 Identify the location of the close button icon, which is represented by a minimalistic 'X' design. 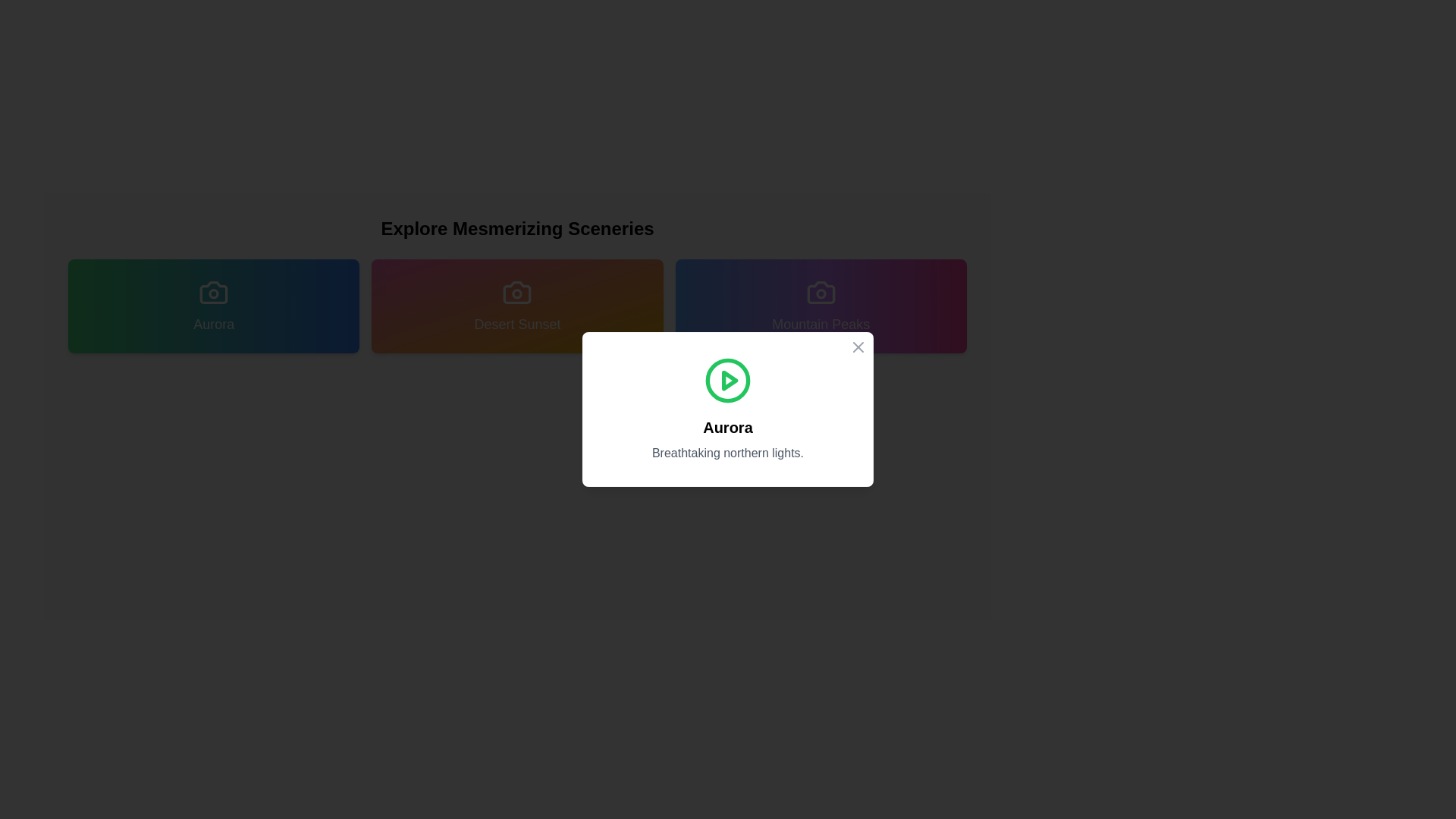
(858, 347).